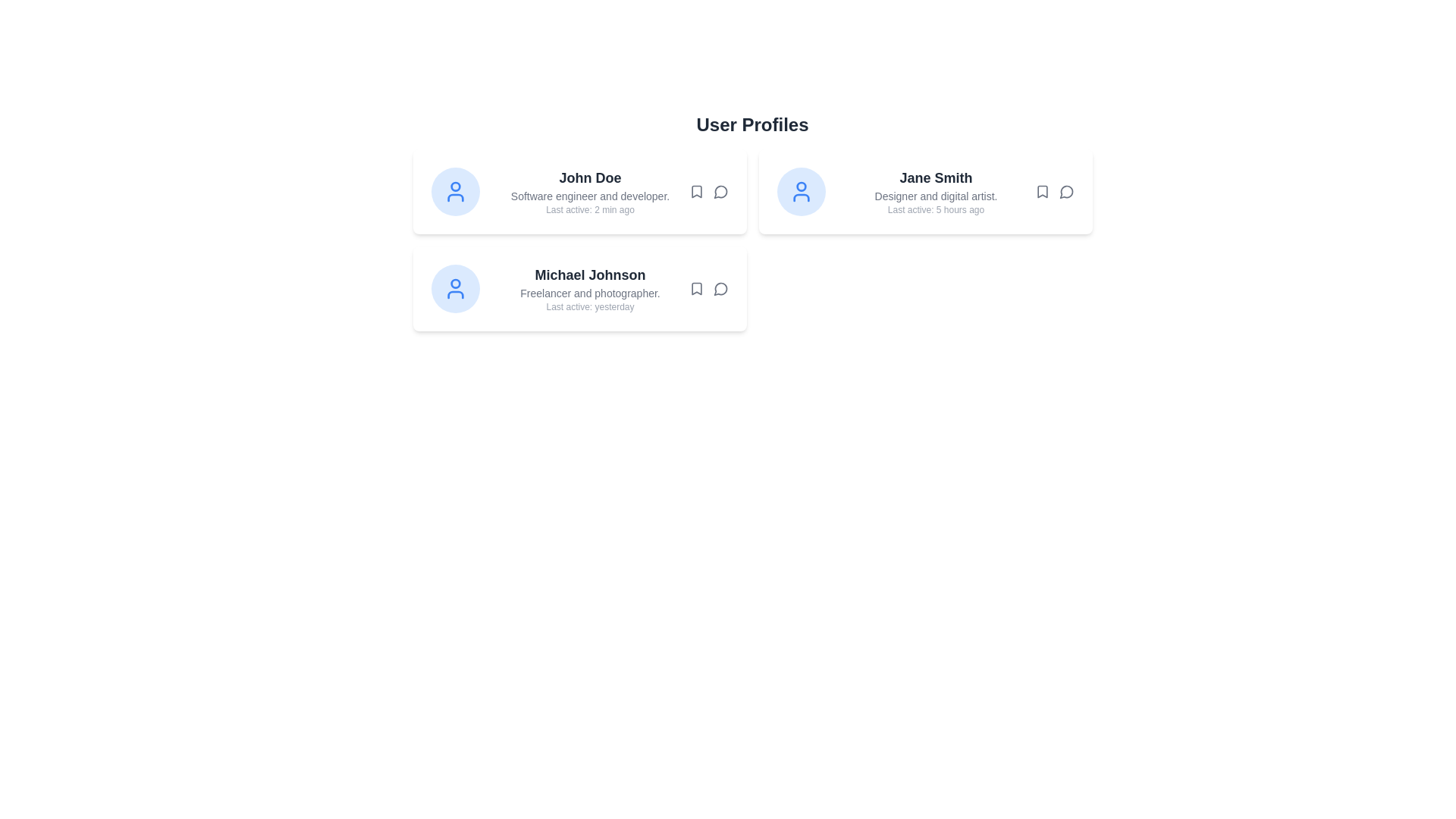 The width and height of the screenshot is (1456, 819). I want to click on the bookmark icon in the bottom-right corner of Michael Johnson's profile card, so click(708, 289).